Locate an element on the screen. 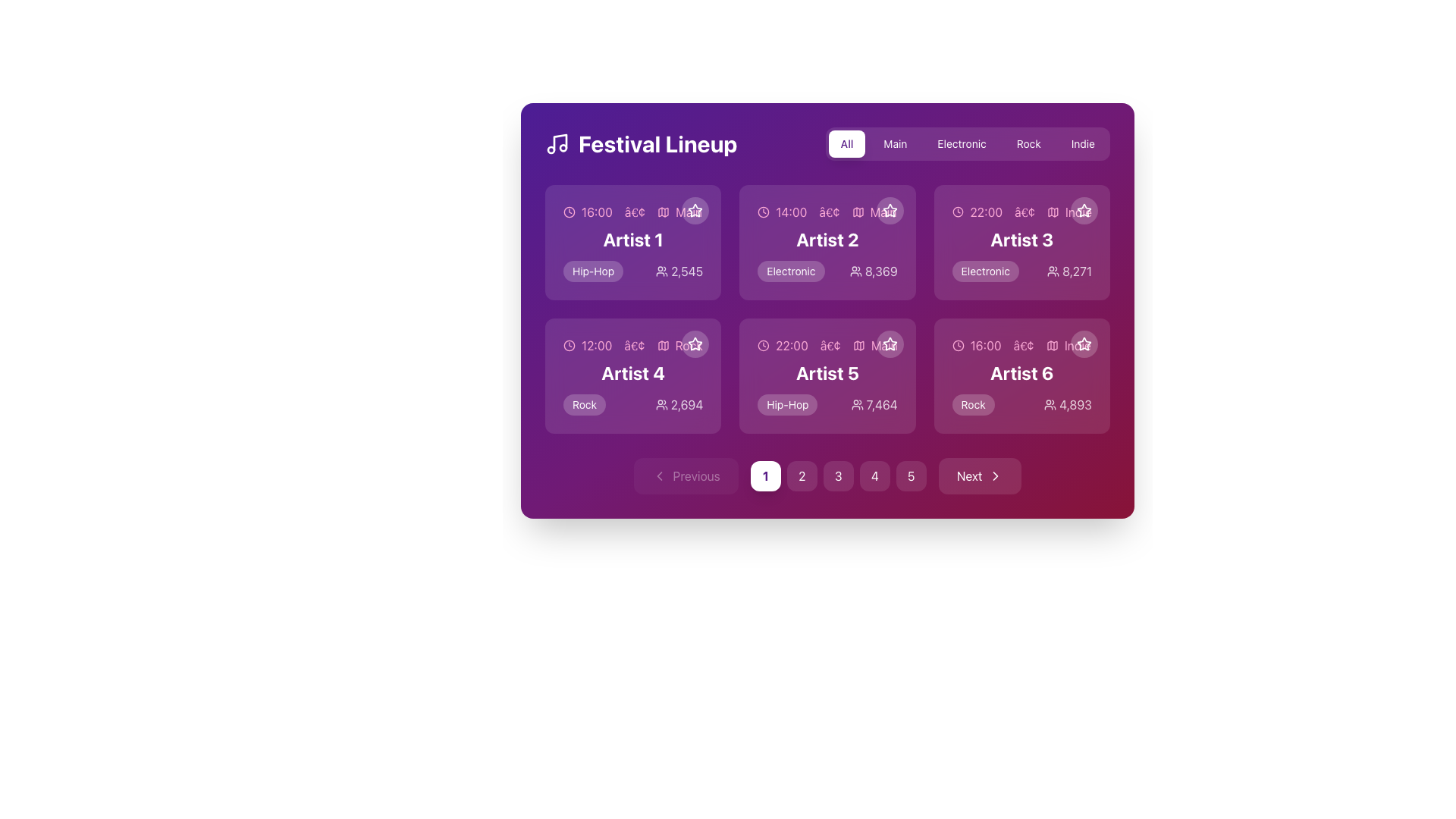  the small star icon button with a white outline located in the top-right corner of the card labeled 'Artist 1' in the 'Festival Lineup' interface to trigger the tooltip or visual effect is located at coordinates (695, 210).